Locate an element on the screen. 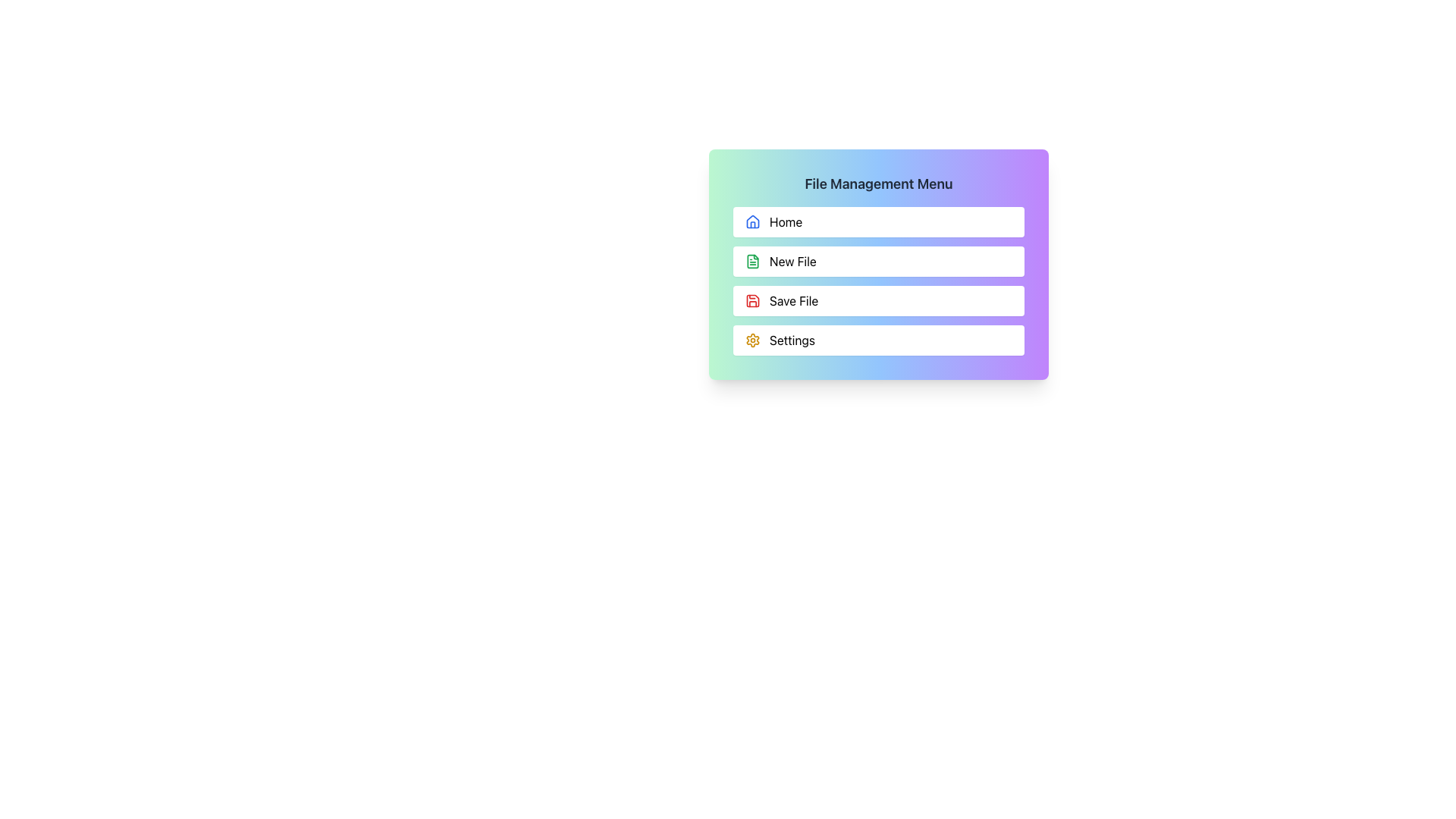 The width and height of the screenshot is (1456, 819). the 'Save' text label, which is the third item in the vertical menu list is located at coordinates (793, 301).